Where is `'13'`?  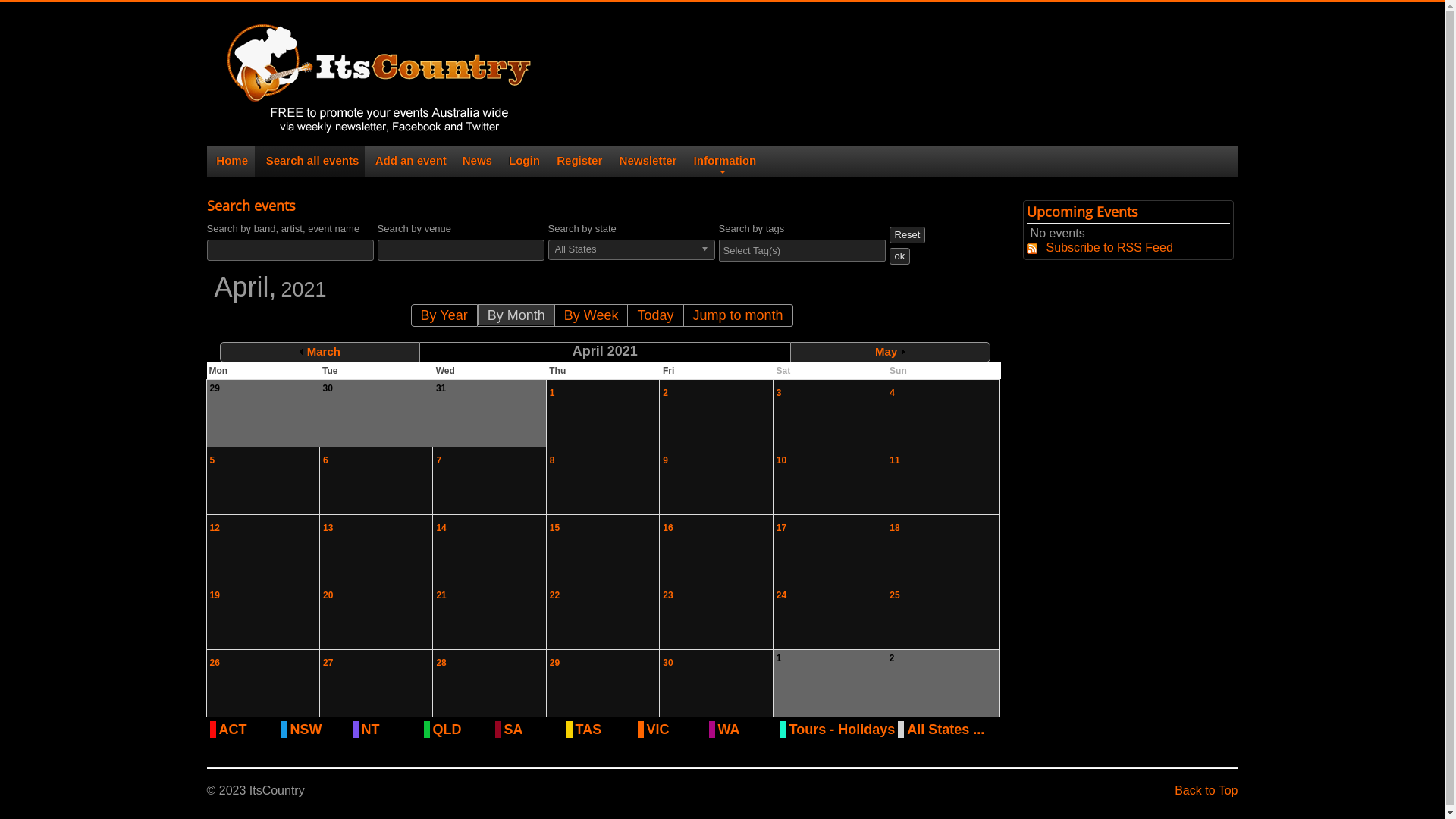 '13' is located at coordinates (327, 526).